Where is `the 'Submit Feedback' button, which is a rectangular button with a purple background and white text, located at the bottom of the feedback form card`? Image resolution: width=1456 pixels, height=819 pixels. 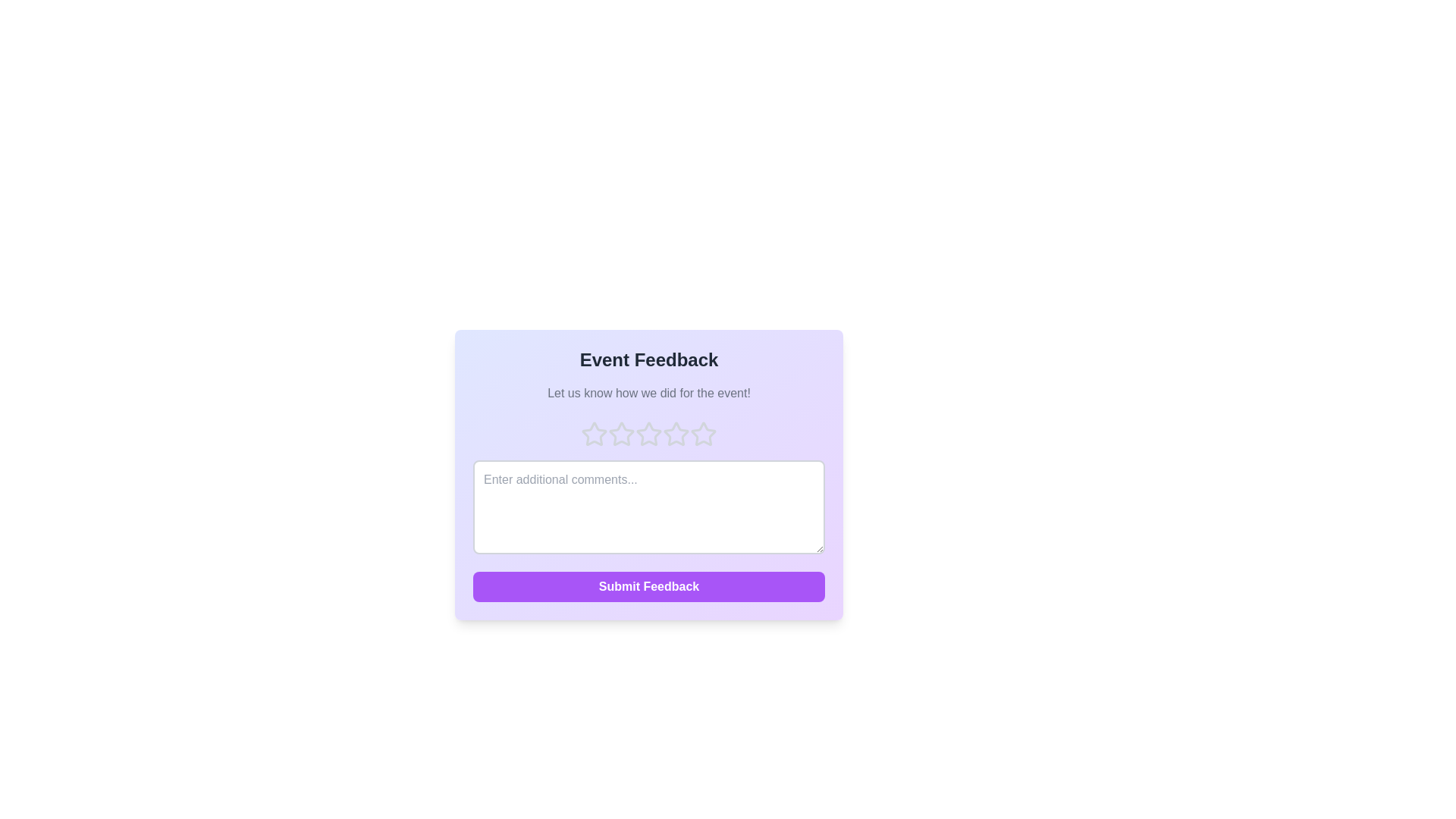 the 'Submit Feedback' button, which is a rectangular button with a purple background and white text, located at the bottom of the feedback form card is located at coordinates (648, 586).